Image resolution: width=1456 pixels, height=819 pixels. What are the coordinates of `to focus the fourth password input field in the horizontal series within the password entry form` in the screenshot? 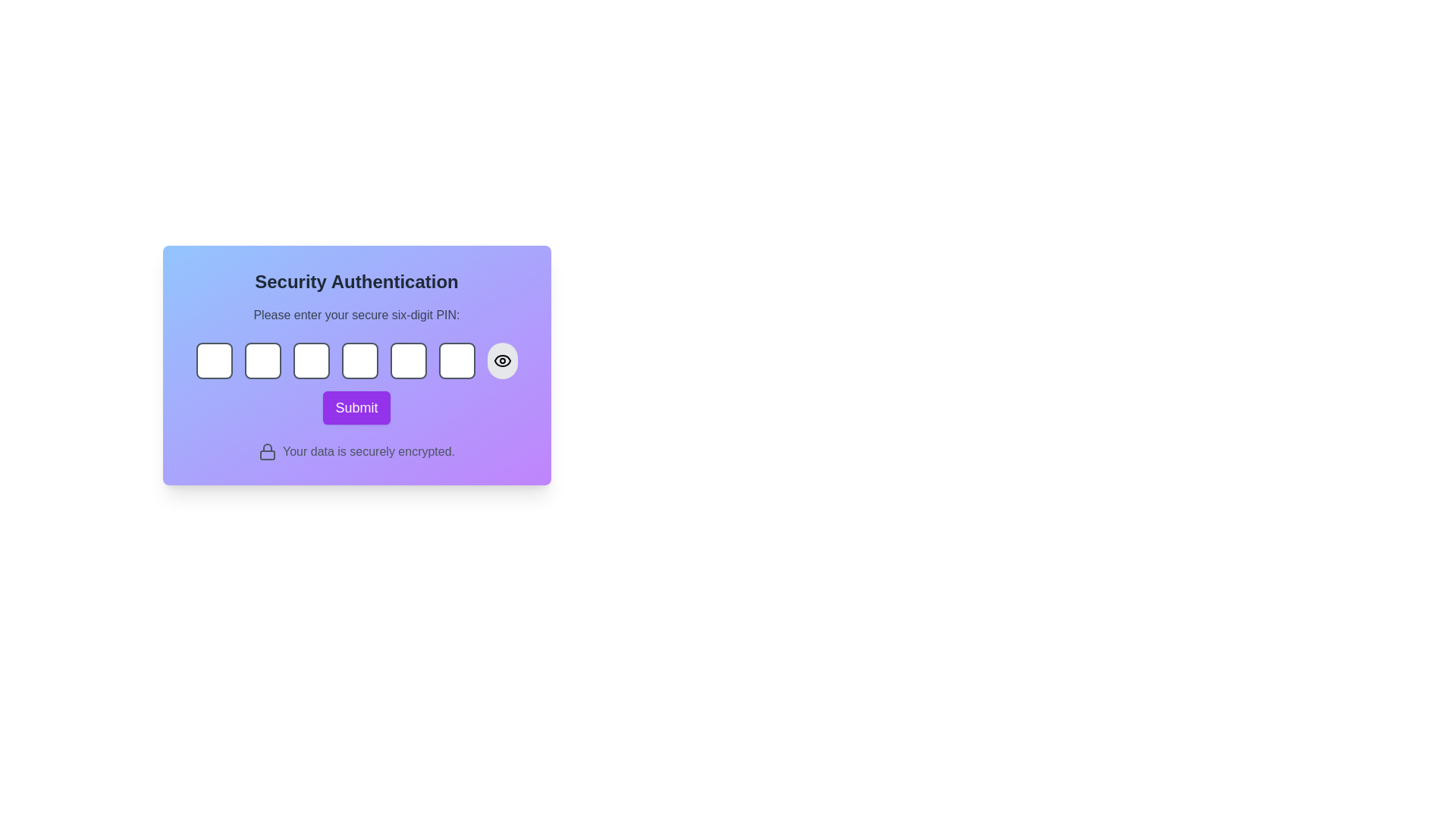 It's located at (359, 360).